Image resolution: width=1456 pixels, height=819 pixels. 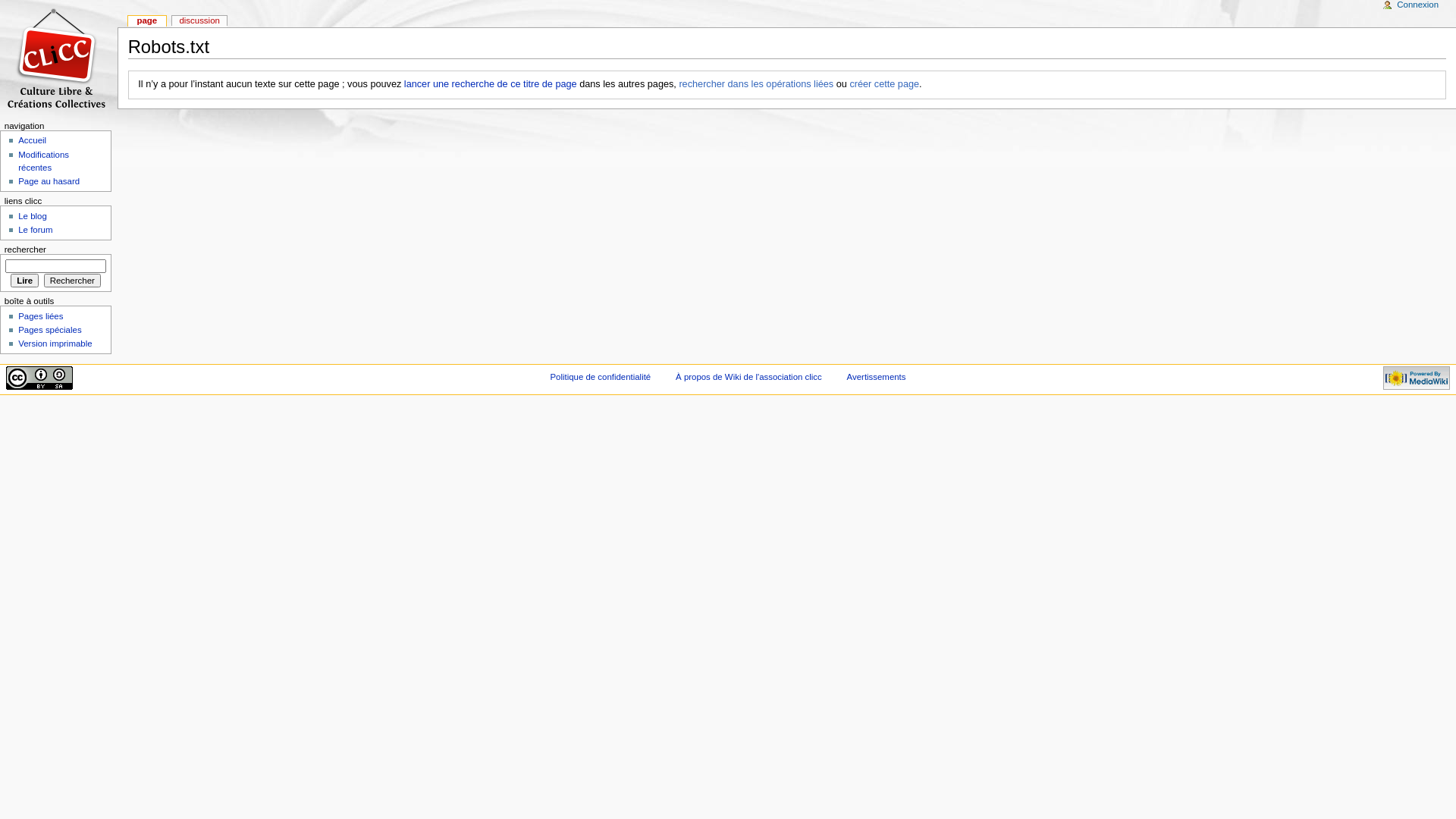 What do you see at coordinates (43, 281) in the screenshot?
I see `'Rechercher les pages comportant ce texte.'` at bounding box center [43, 281].